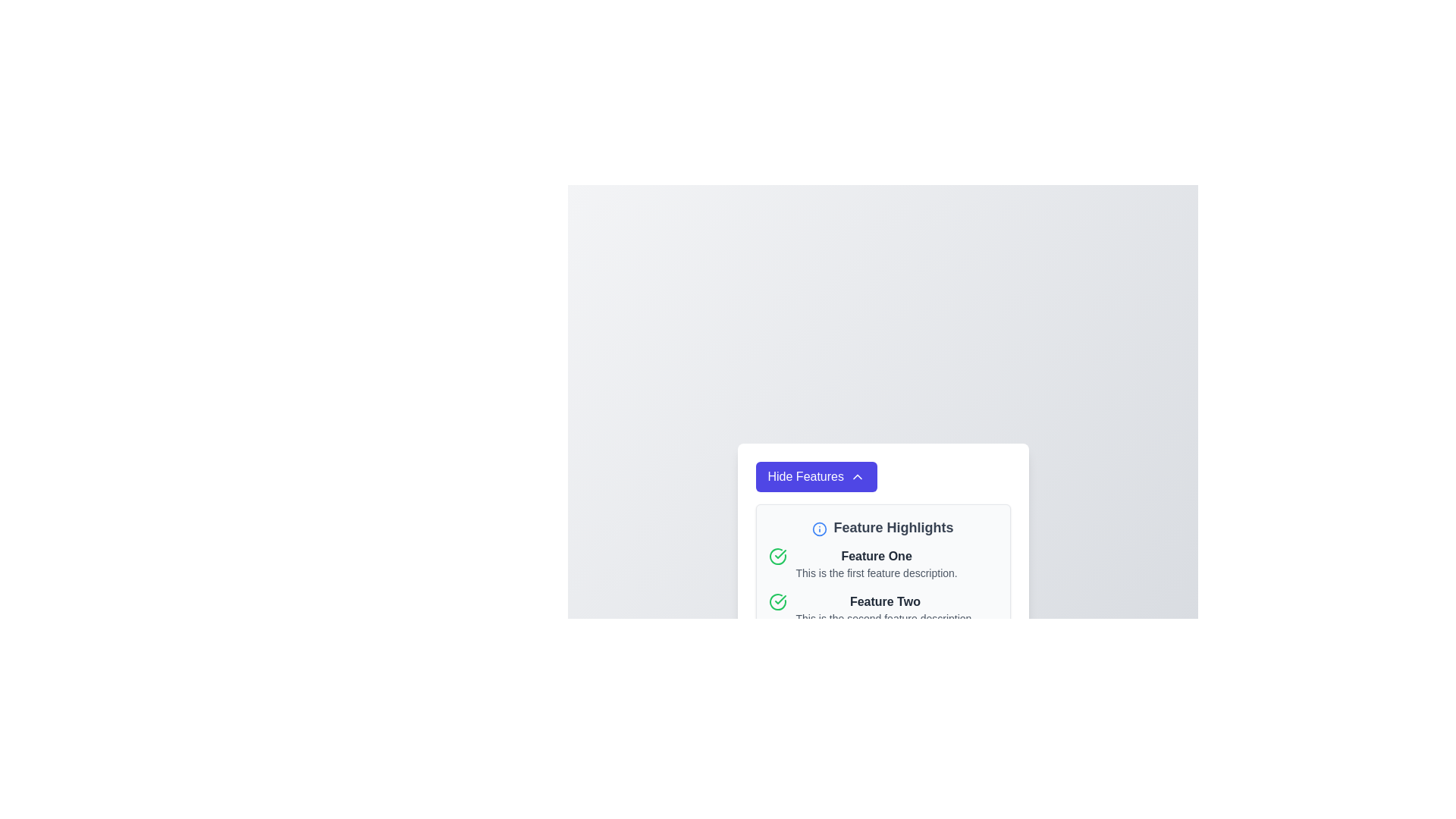 The width and height of the screenshot is (1456, 819). Describe the element at coordinates (885, 608) in the screenshot. I see `the descriptive text block displaying 'Feature Two' which consists of a bold heading and a paragraph for interaction with related elements` at that location.